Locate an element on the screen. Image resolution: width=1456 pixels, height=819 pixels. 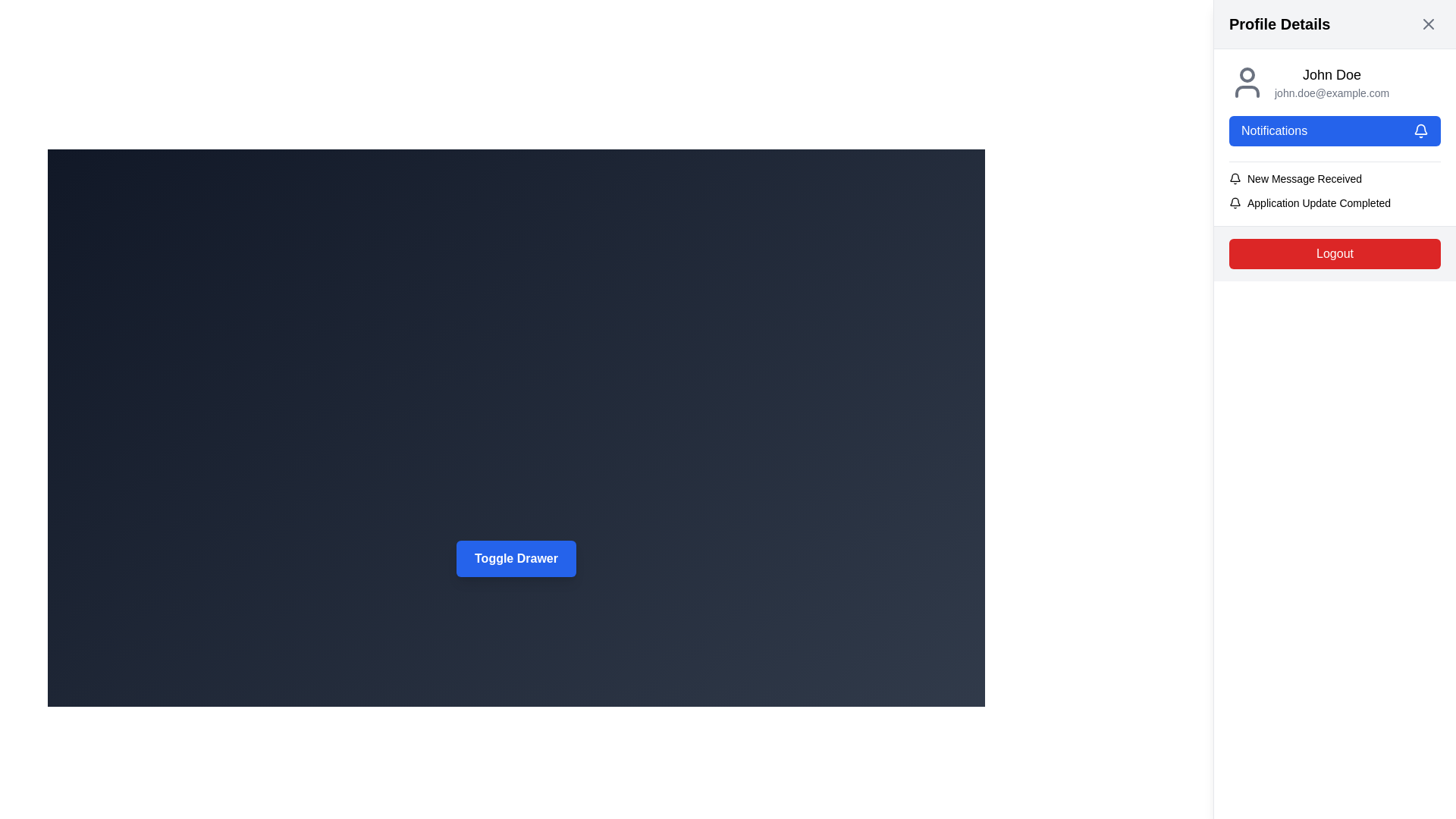
the bell-shaped icon located beneath the 'Notifications' label in the right sidebar is located at coordinates (1235, 177).